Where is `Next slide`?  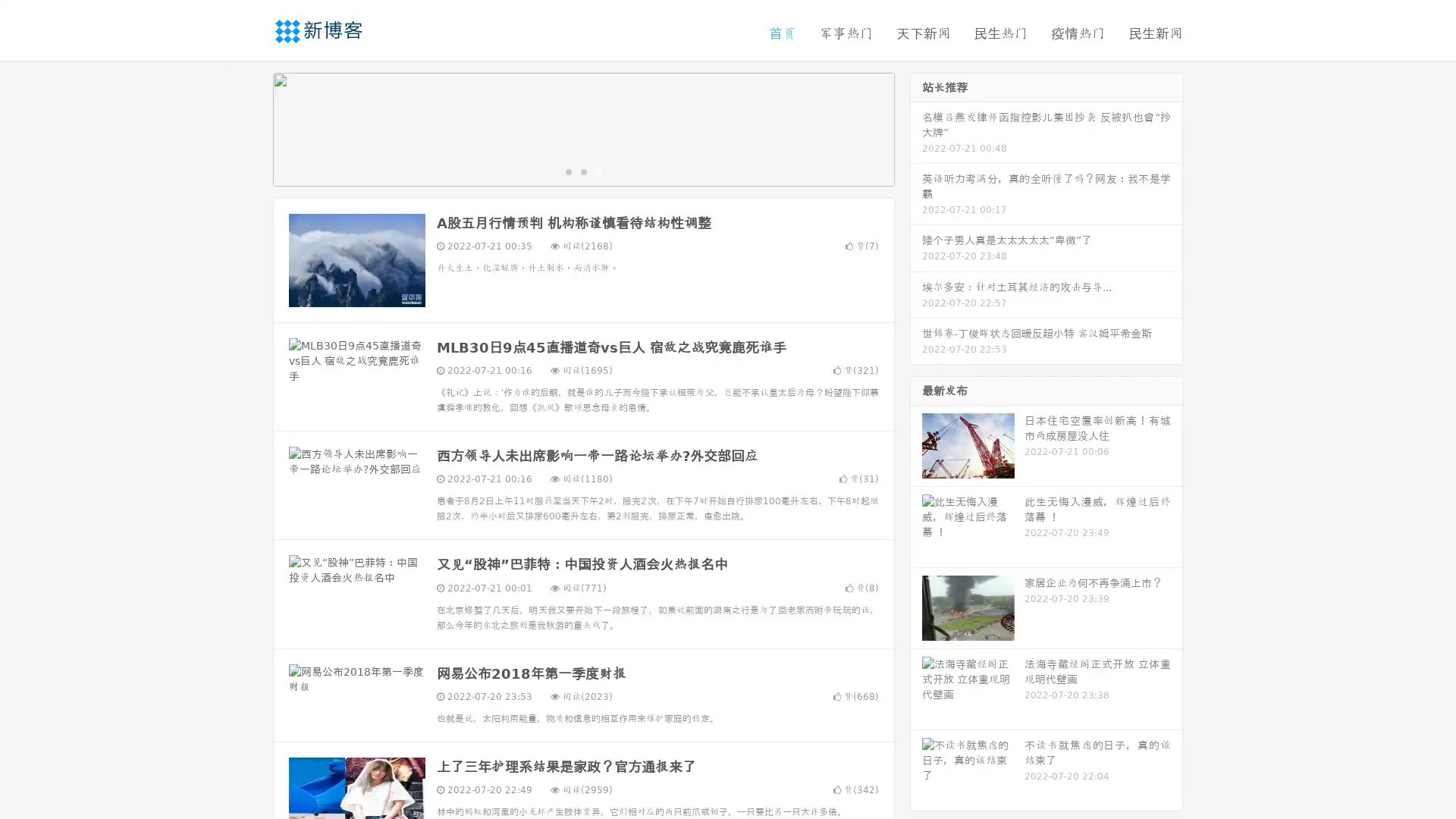 Next slide is located at coordinates (916, 127).